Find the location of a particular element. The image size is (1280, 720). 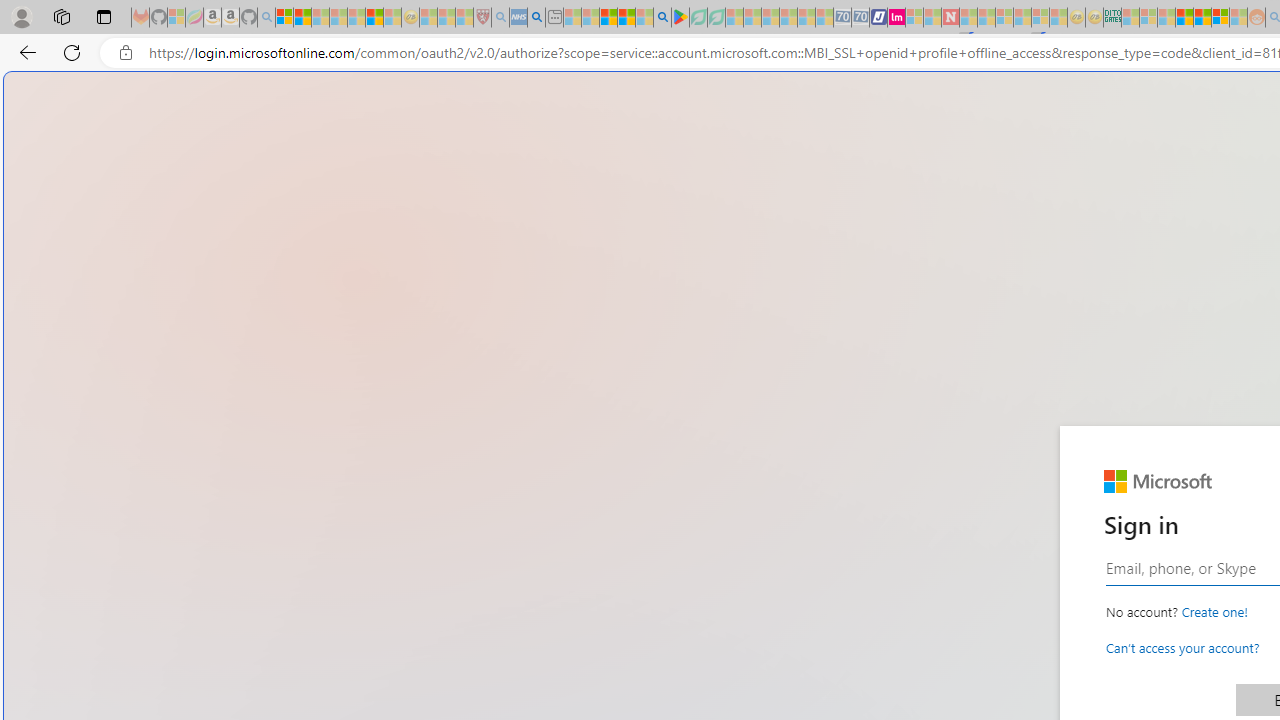

'Pets - MSN' is located at coordinates (625, 17).